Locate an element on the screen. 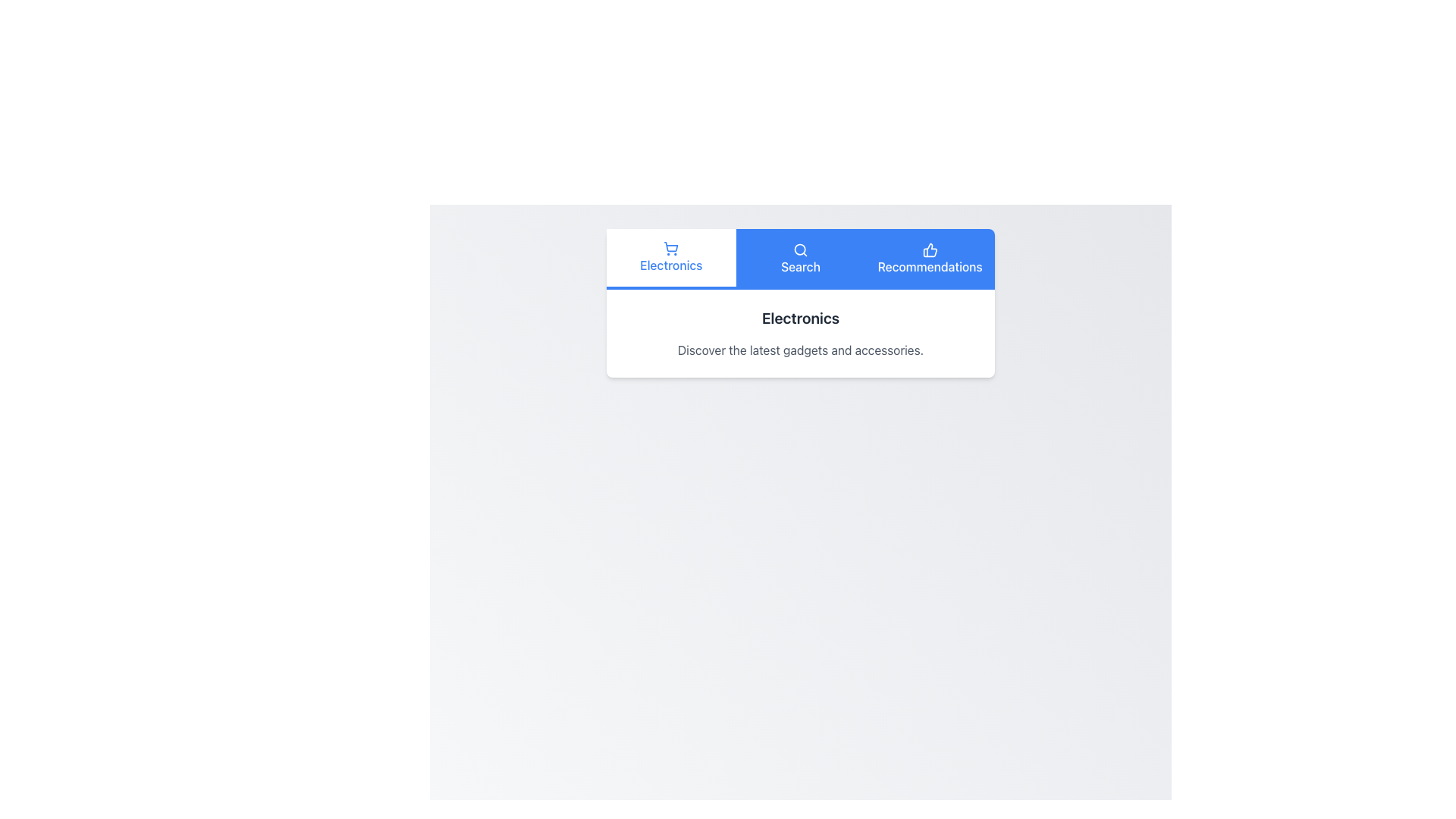  the 'Electronics' menu item, which features blue text with a medium font weight and a shopping cart icon above it, located in the top bar of the layout is located at coordinates (670, 256).